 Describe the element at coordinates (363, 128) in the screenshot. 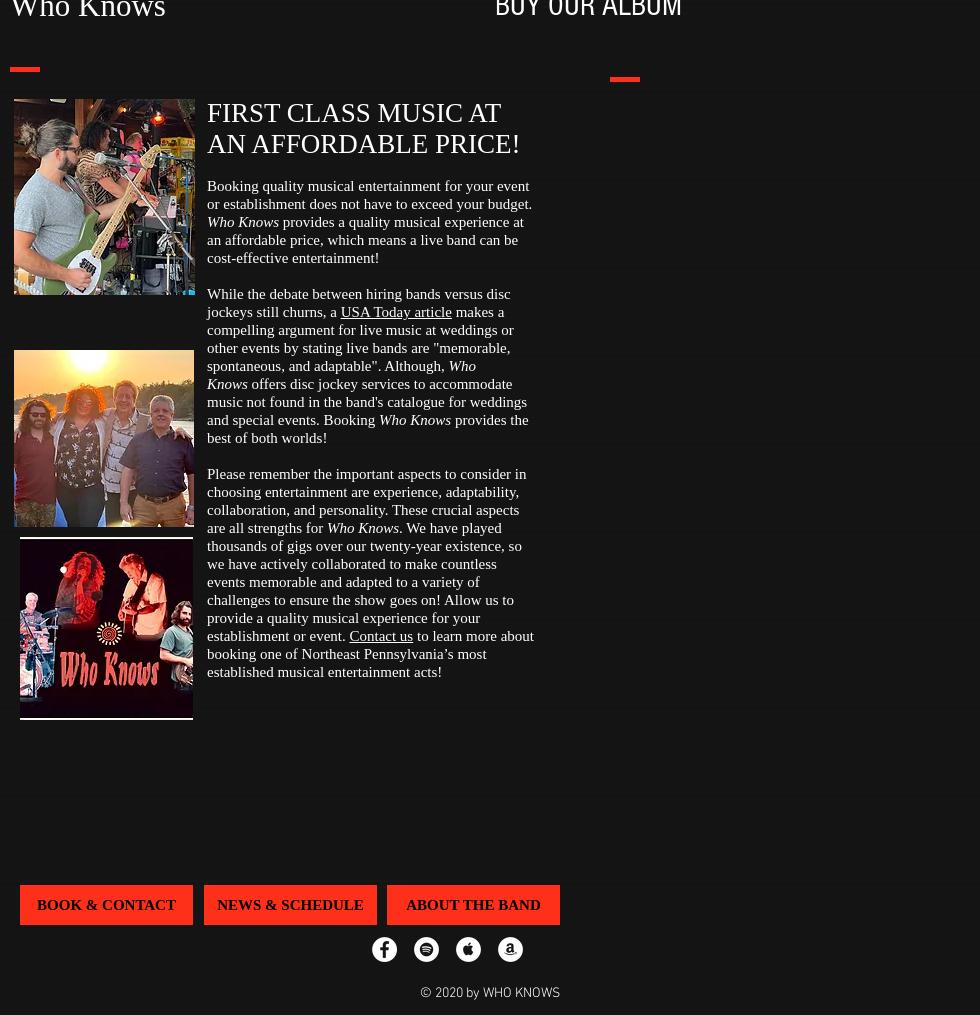

I see `'FIRST CLASS MUSIC AT AN AFFORDABLE PRICE!'` at that location.